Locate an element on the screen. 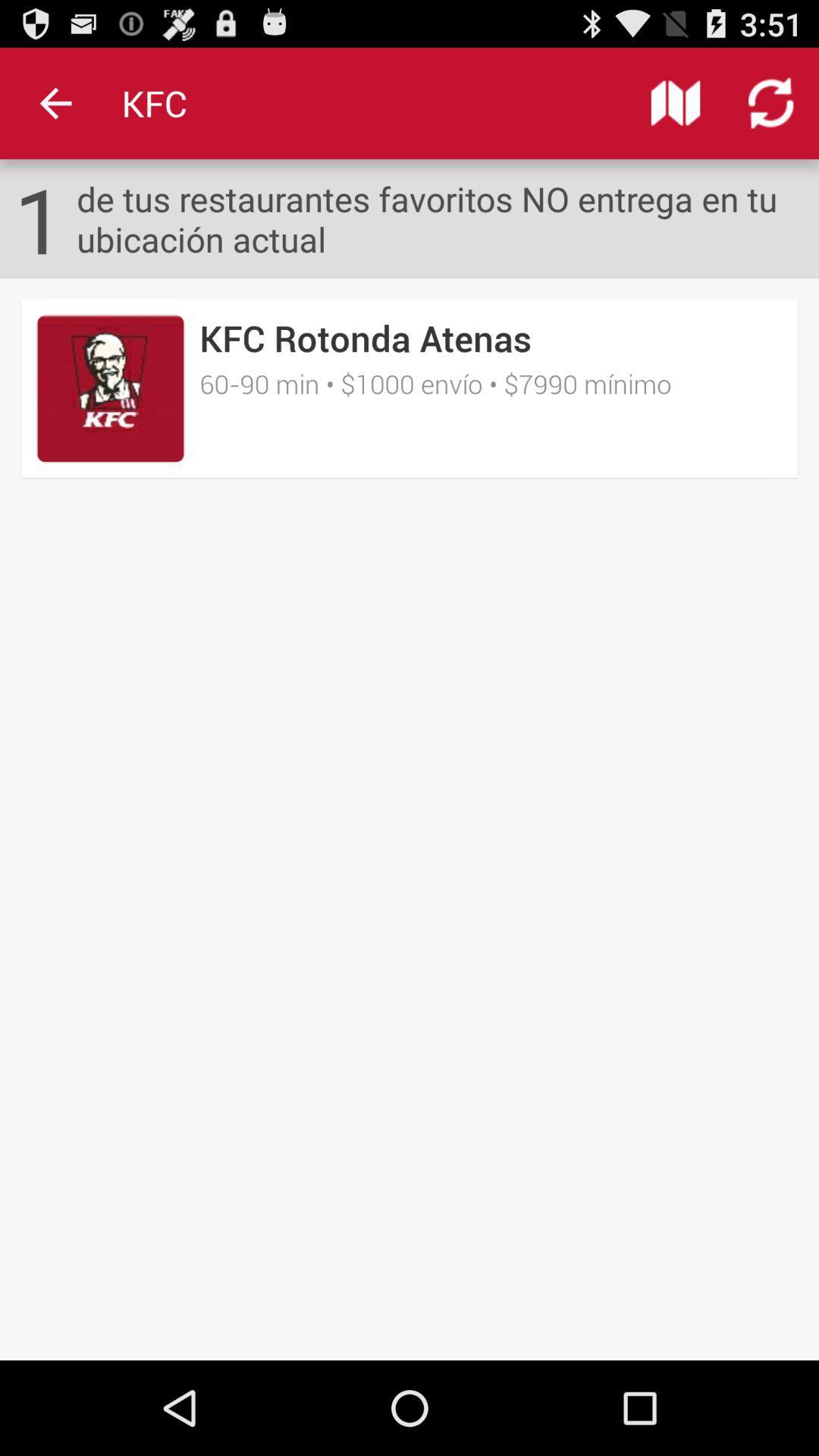 The width and height of the screenshot is (819, 1456). 1 item is located at coordinates (39, 218).